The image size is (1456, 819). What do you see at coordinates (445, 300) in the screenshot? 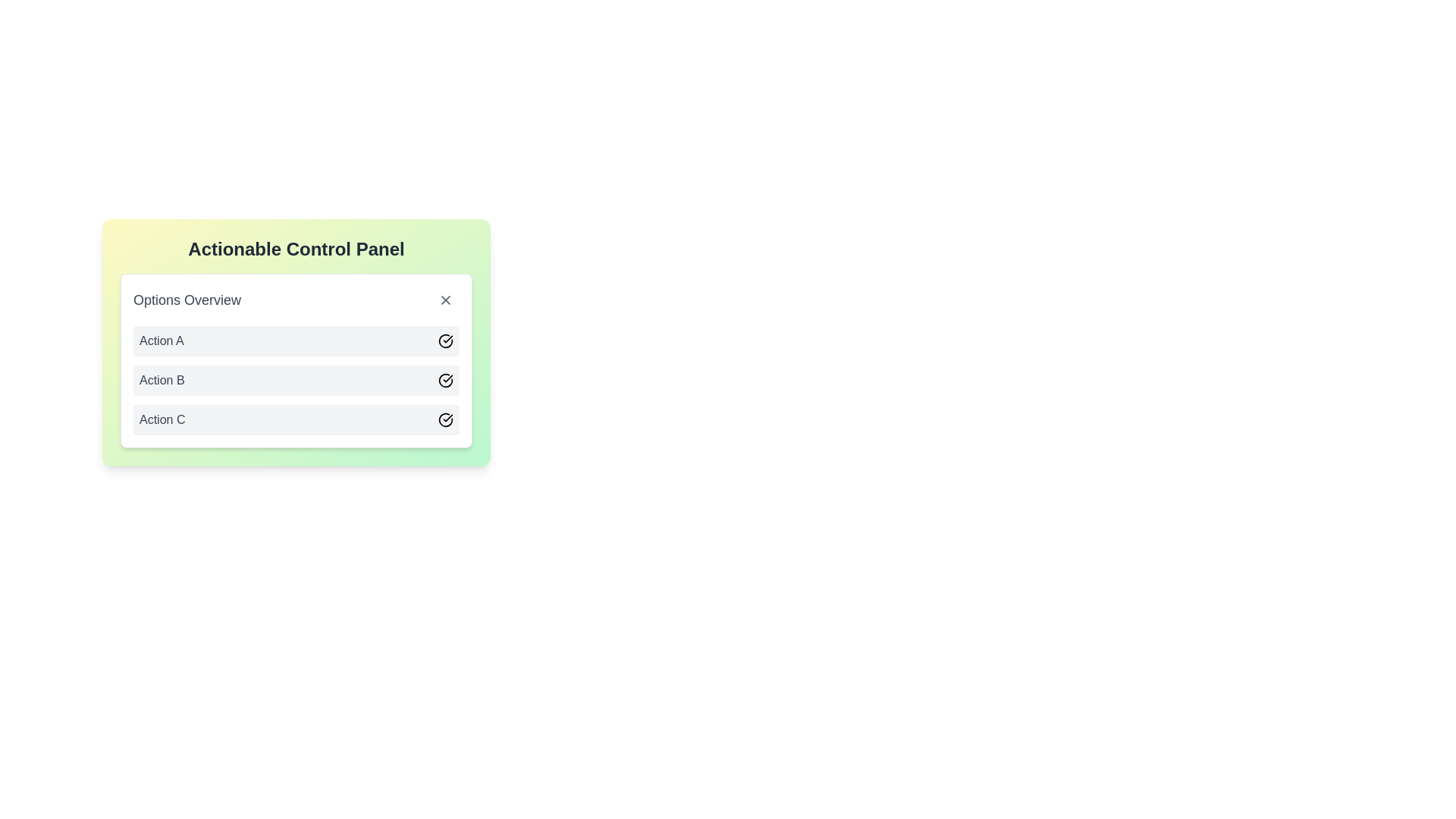
I see `the close icon located in the top-right corner of the 'Options Overview' card` at bounding box center [445, 300].